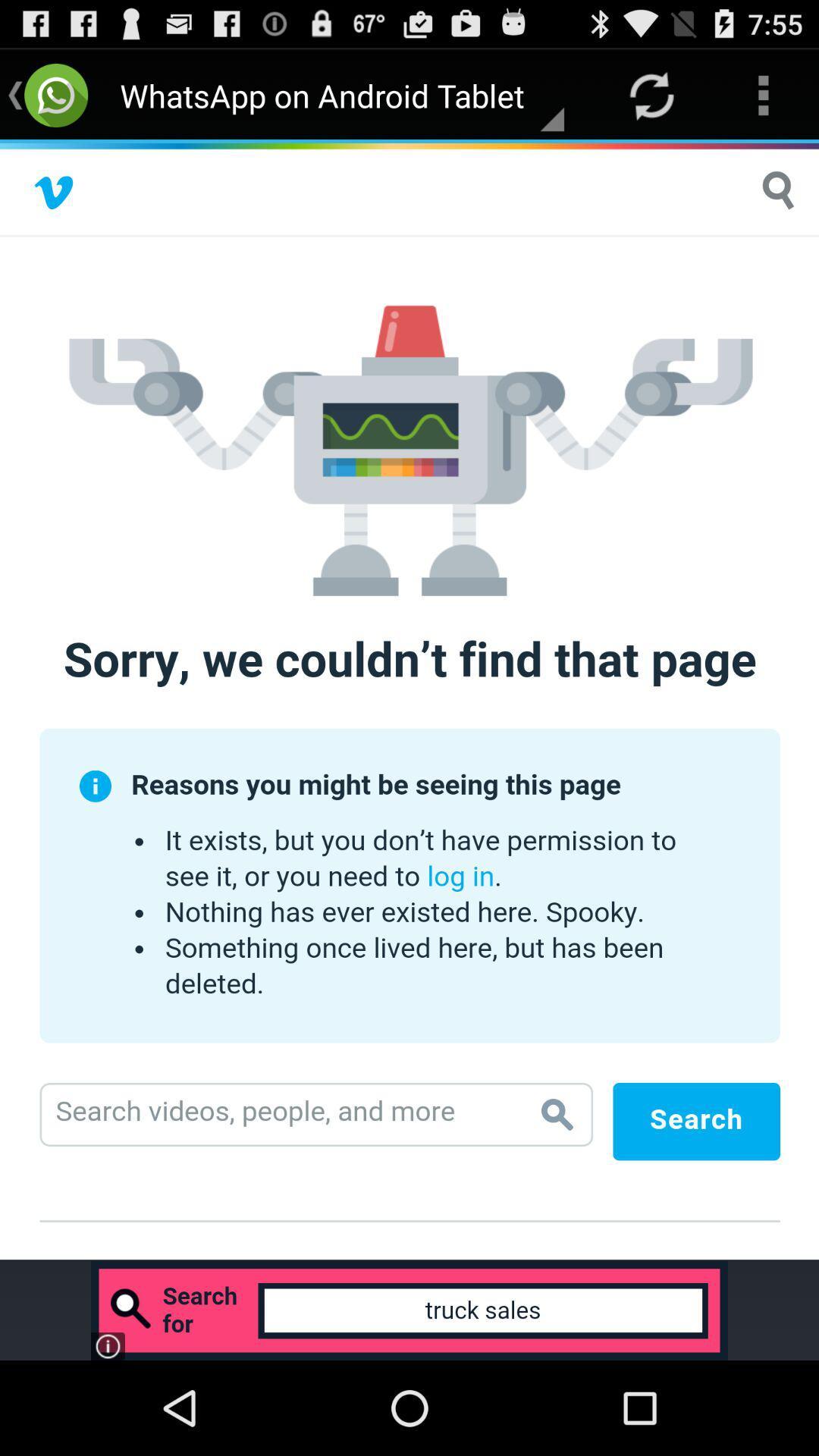 The width and height of the screenshot is (819, 1456). I want to click on selact screen, so click(409, 701).